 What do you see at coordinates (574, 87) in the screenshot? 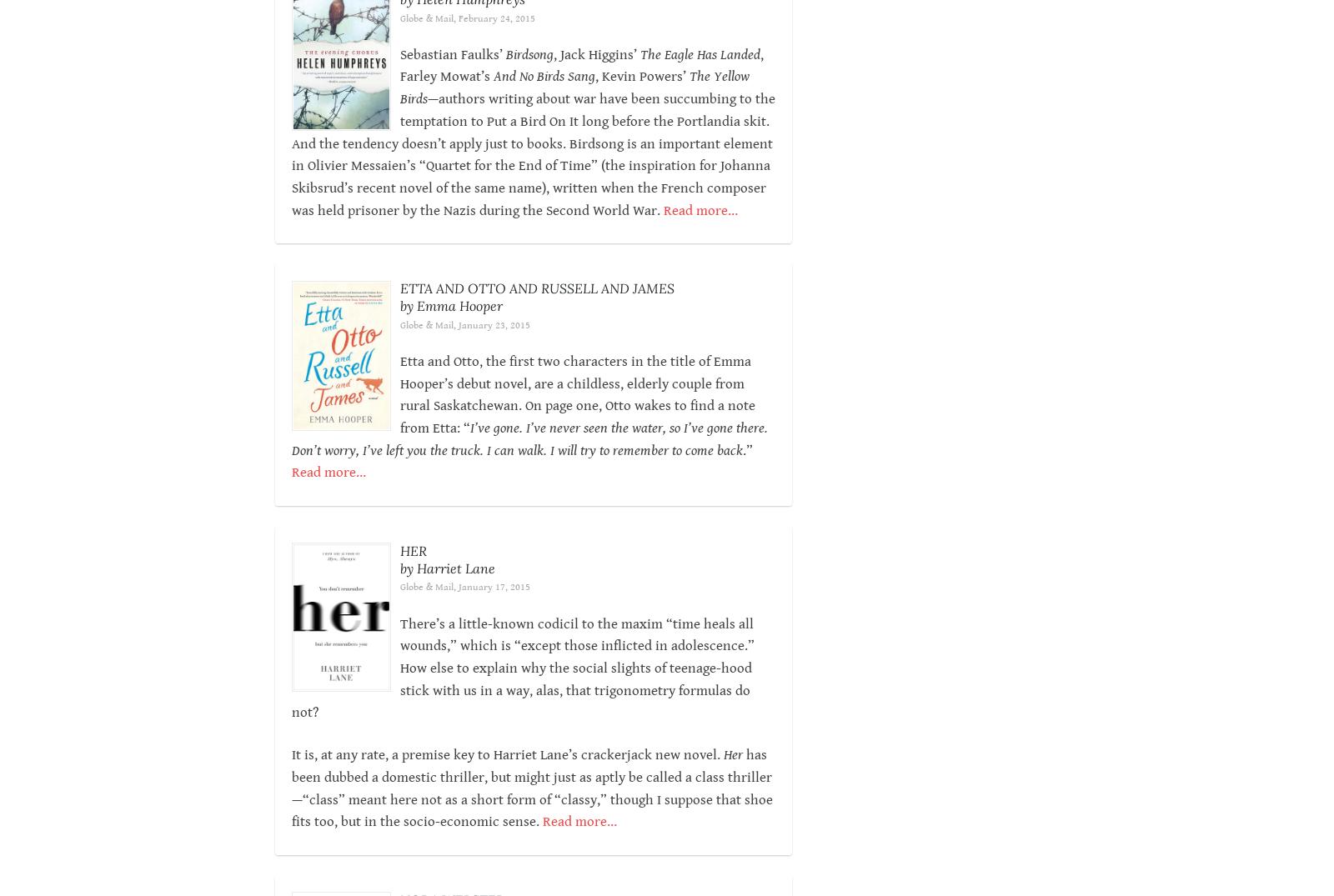
I see `'The Yellow Birds'` at bounding box center [574, 87].